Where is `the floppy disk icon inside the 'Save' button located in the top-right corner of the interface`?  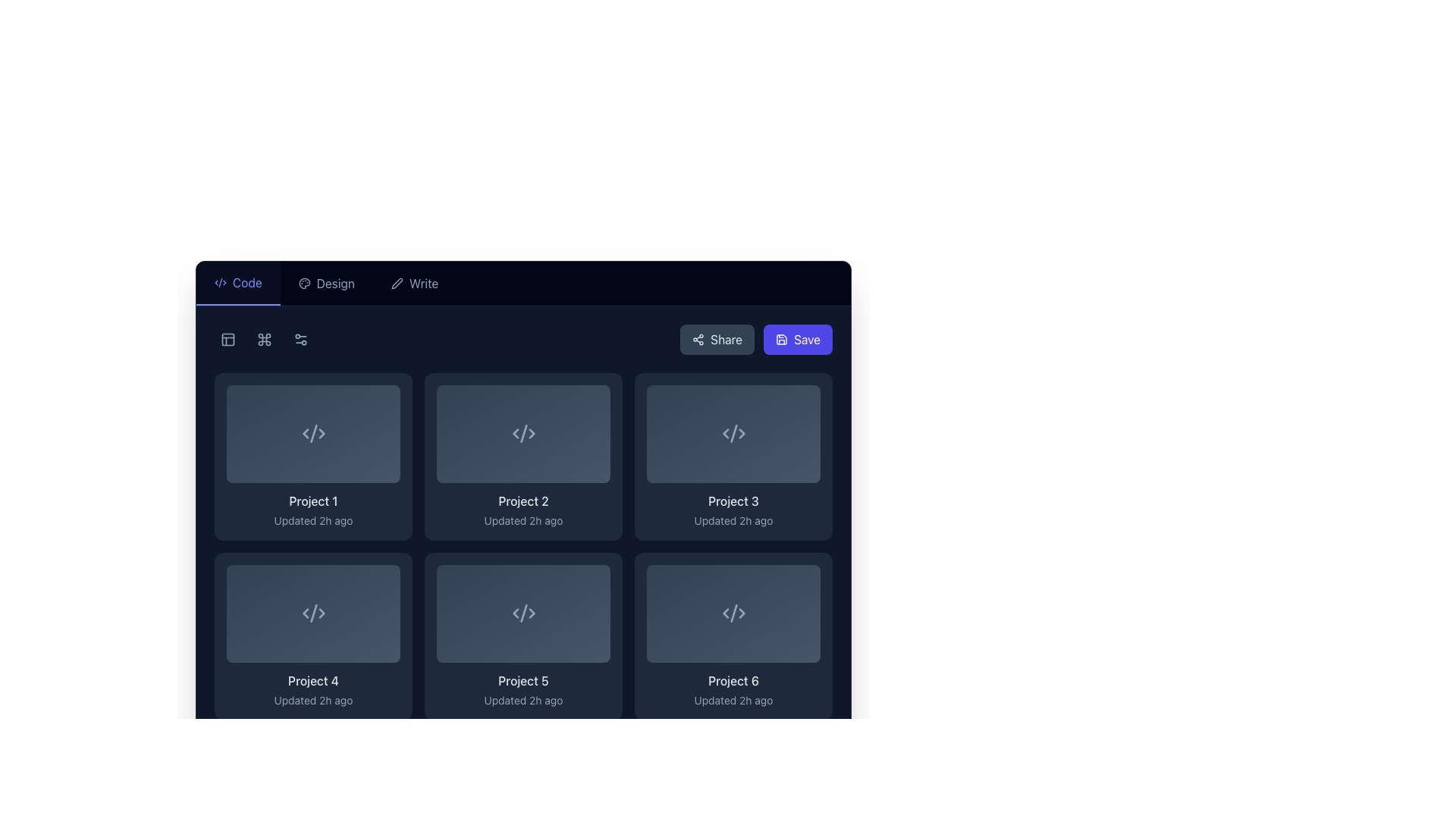 the floppy disk icon inside the 'Save' button located in the top-right corner of the interface is located at coordinates (782, 338).